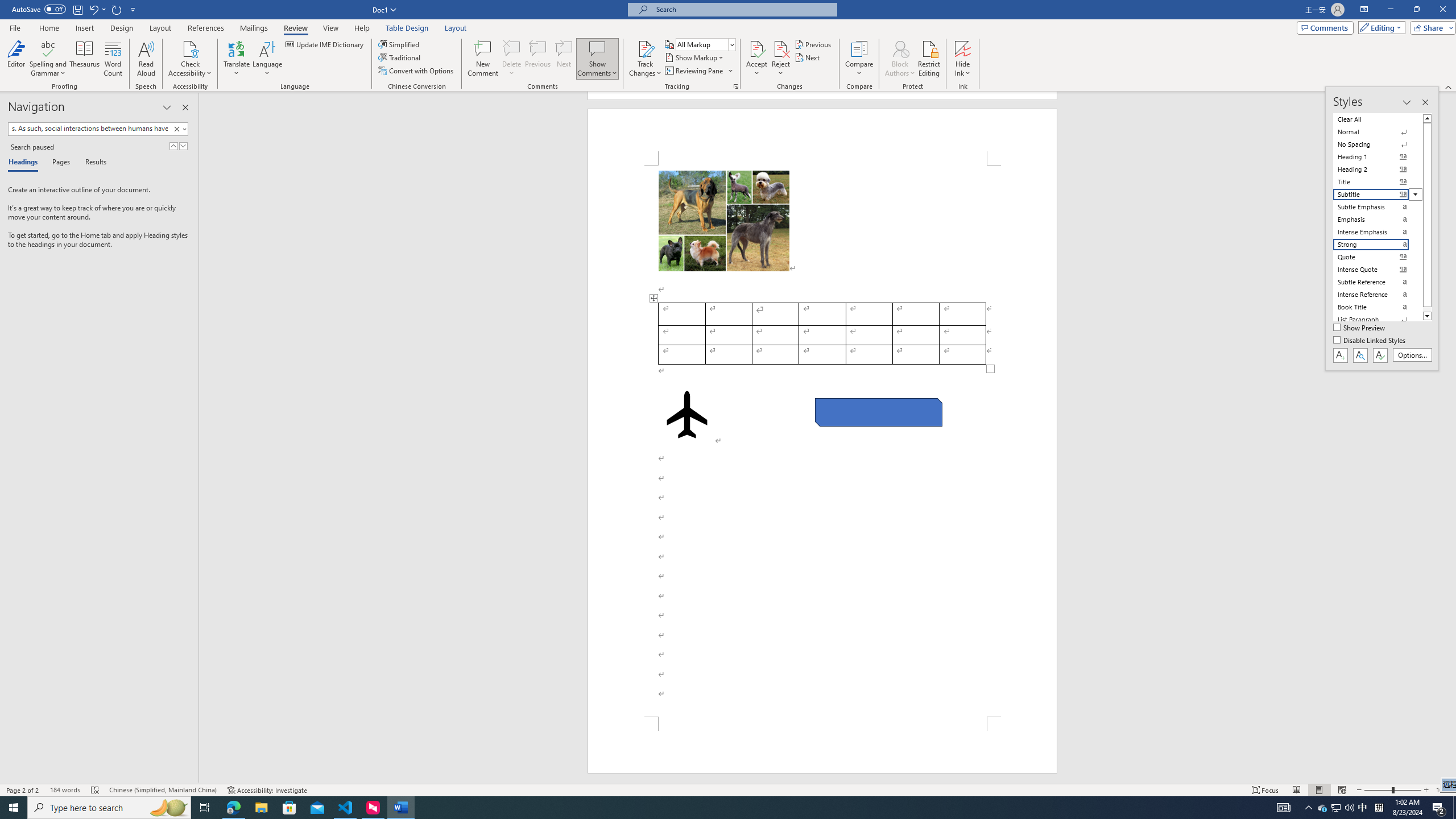  What do you see at coordinates (781, 48) in the screenshot?
I see `'Reject and Move to Next'` at bounding box center [781, 48].